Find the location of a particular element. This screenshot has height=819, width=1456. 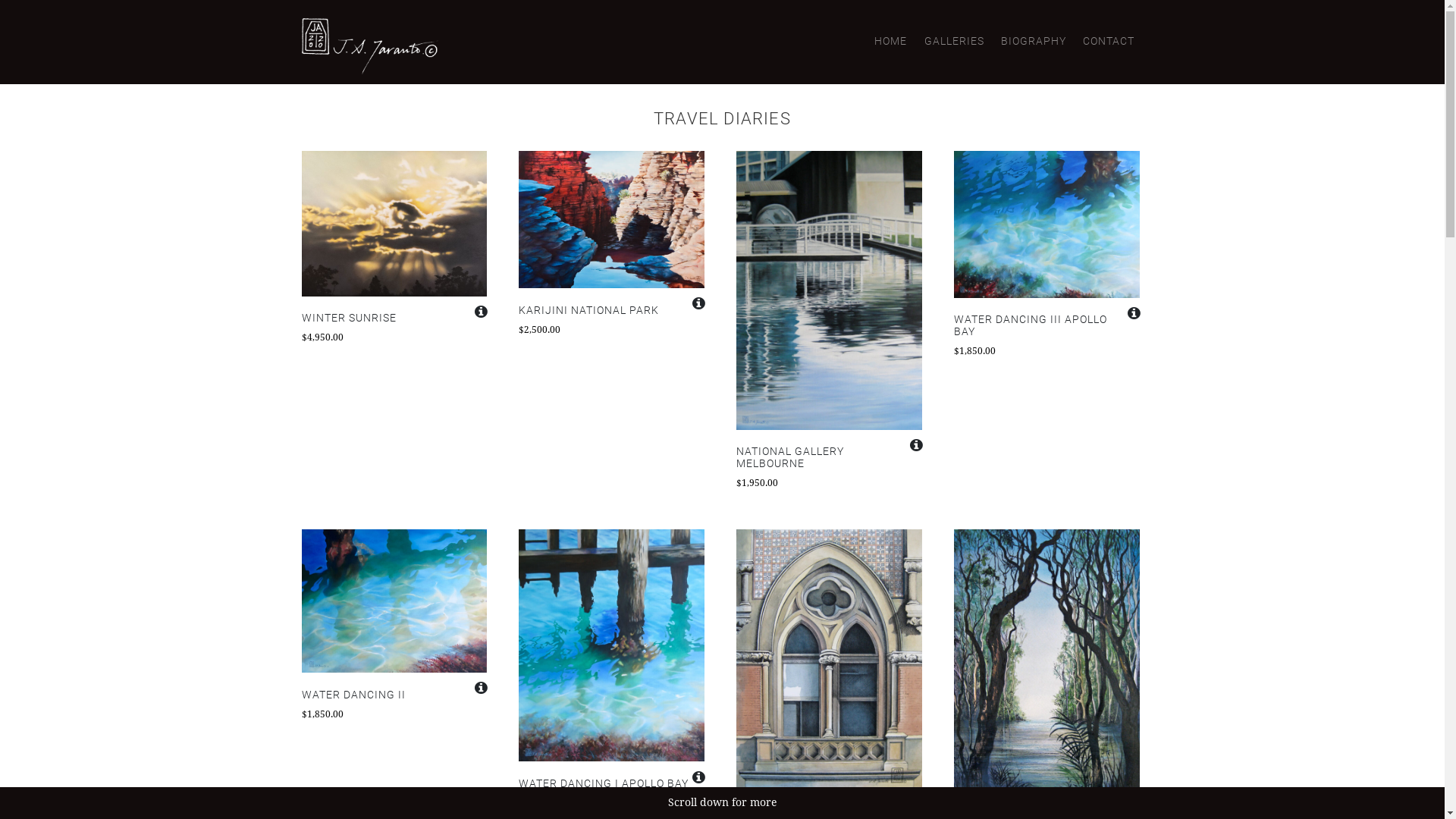

'CONTACT' is located at coordinates (1109, 40).